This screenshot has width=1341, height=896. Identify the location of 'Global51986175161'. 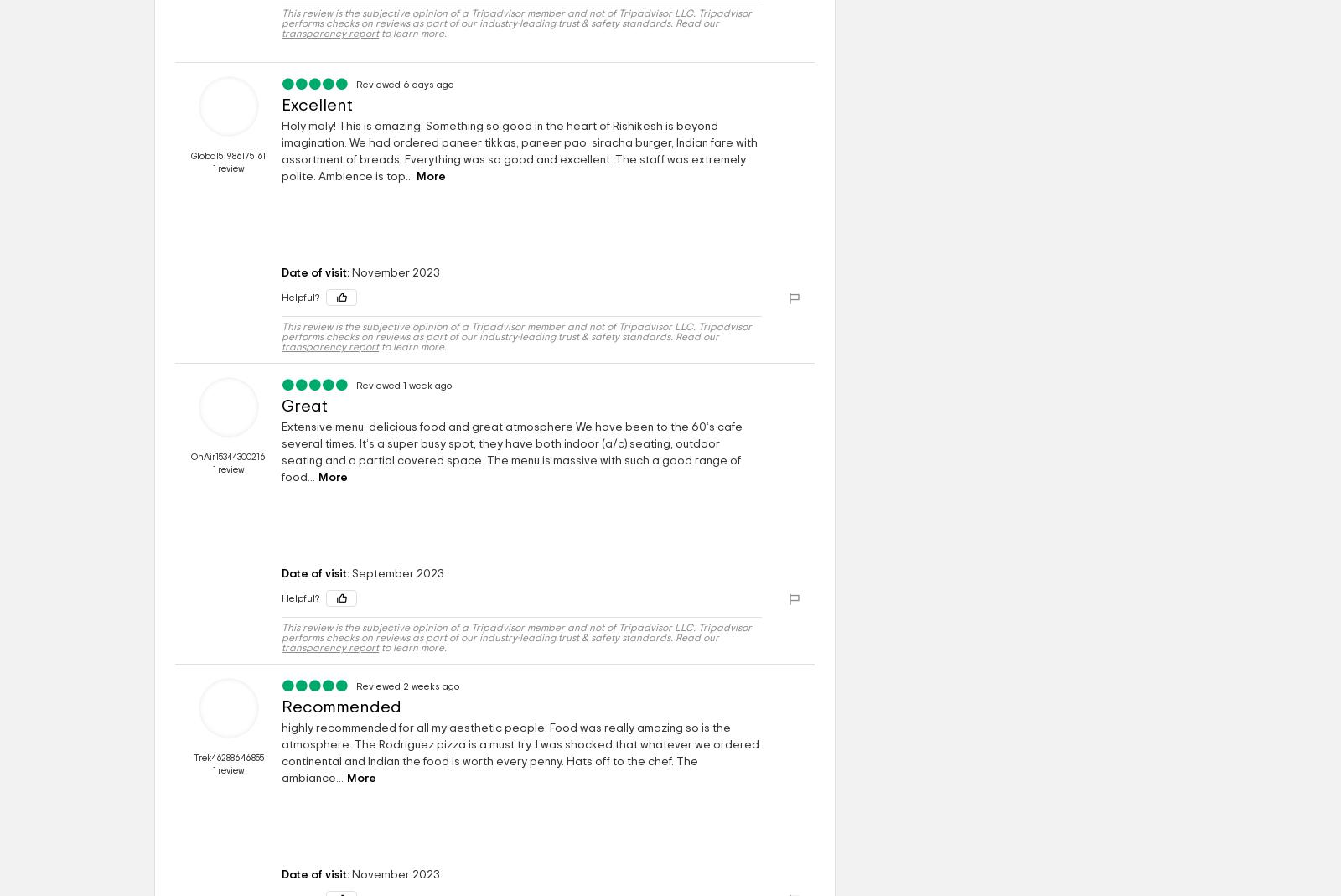
(190, 156).